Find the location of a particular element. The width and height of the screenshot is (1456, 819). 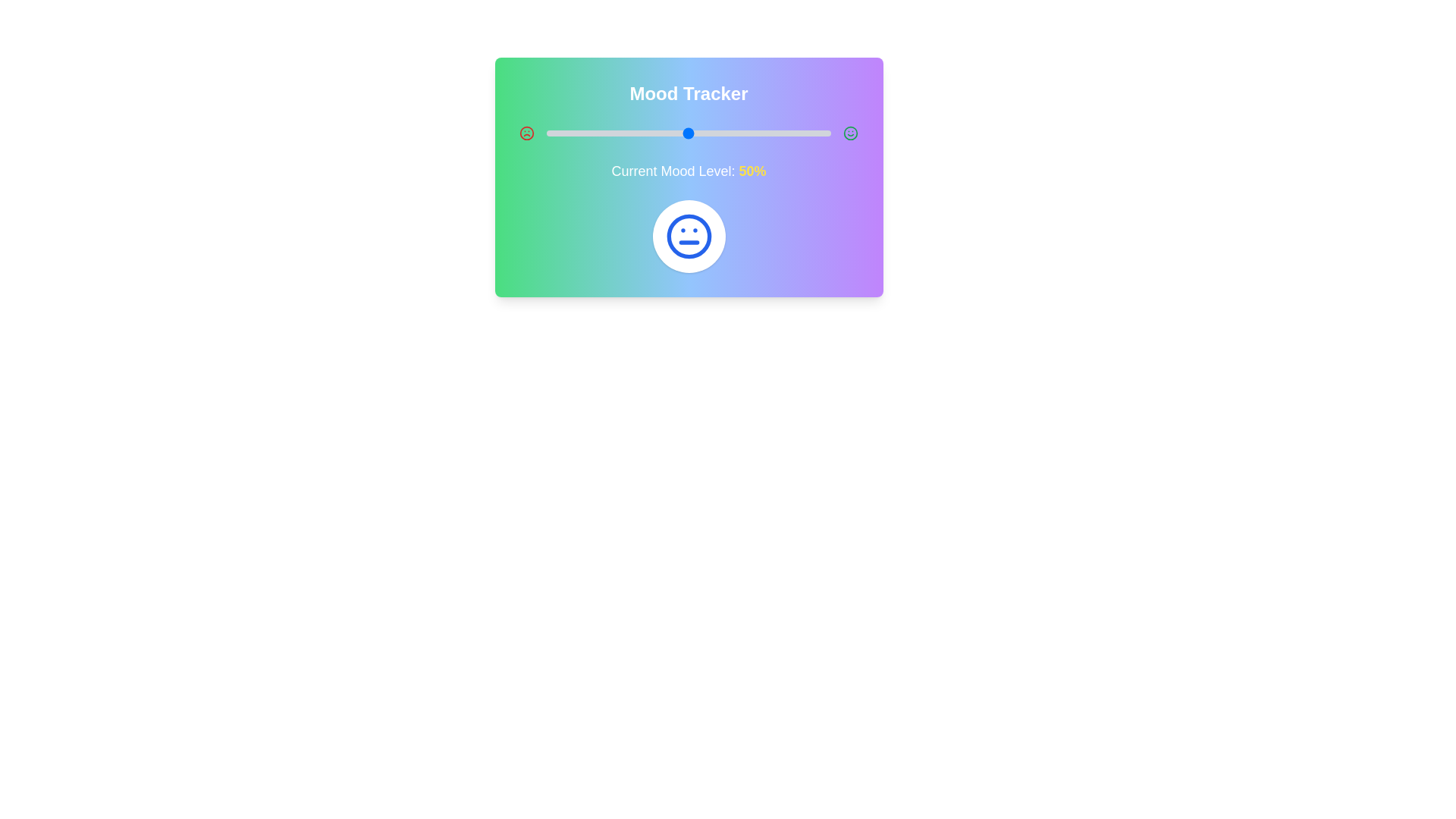

the mood level to 77% by dragging the slider is located at coordinates (765, 133).